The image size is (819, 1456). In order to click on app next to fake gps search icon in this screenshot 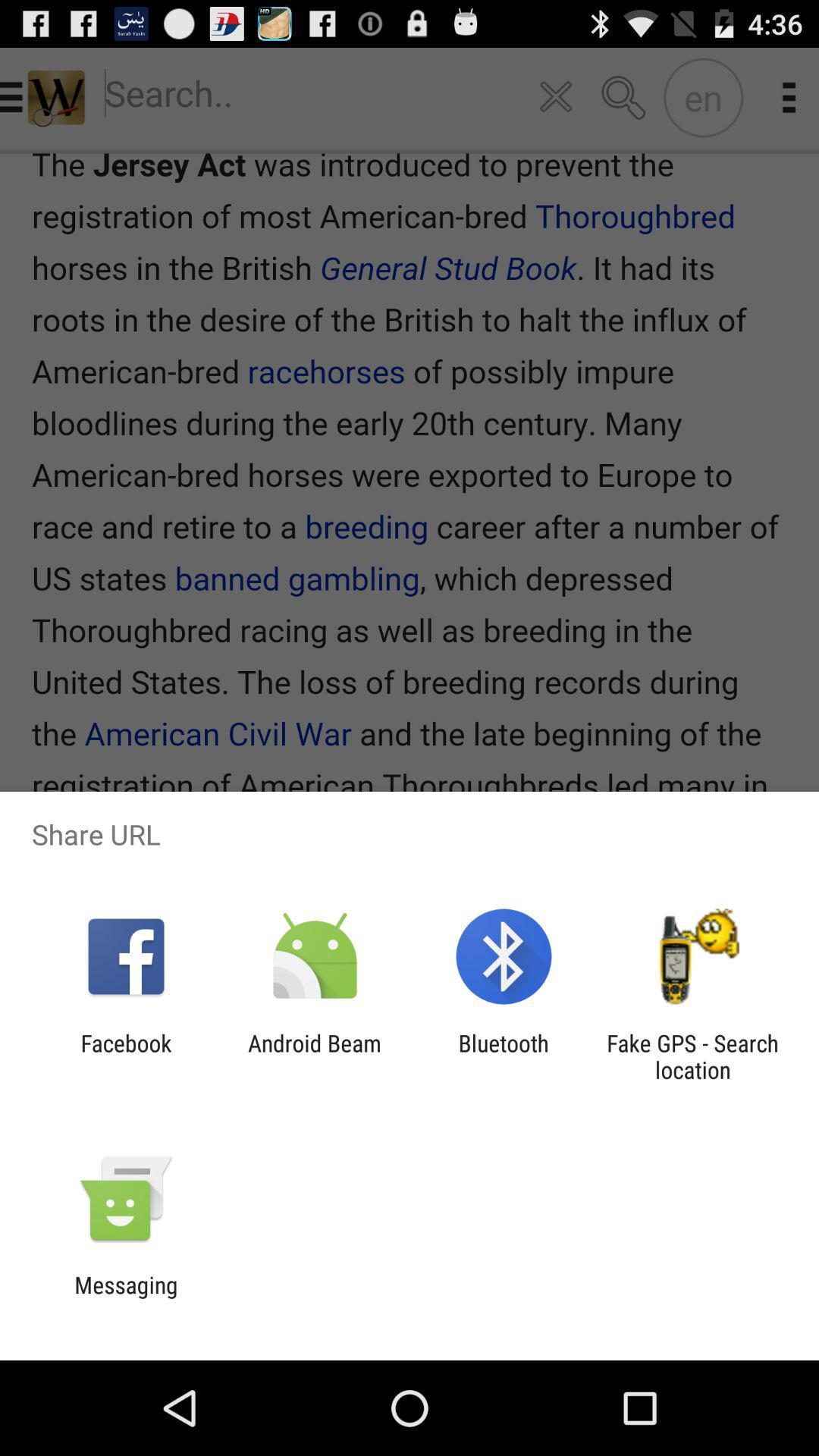, I will do `click(504, 1056)`.